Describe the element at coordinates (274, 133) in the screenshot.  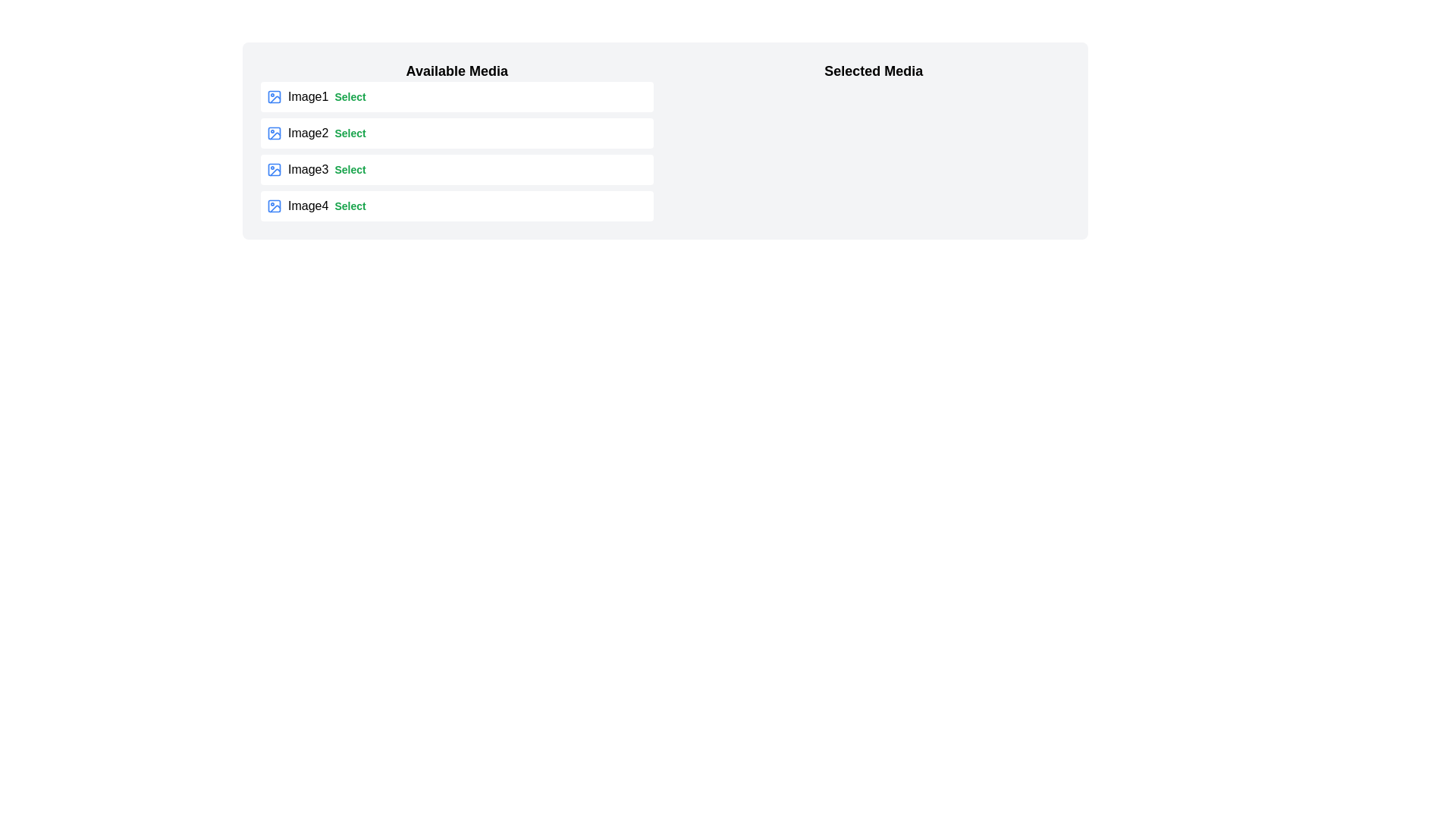
I see `the decorative background shape serving as the background for the image icon in the 'Image2 Select' row under the 'Available Media' column` at that location.